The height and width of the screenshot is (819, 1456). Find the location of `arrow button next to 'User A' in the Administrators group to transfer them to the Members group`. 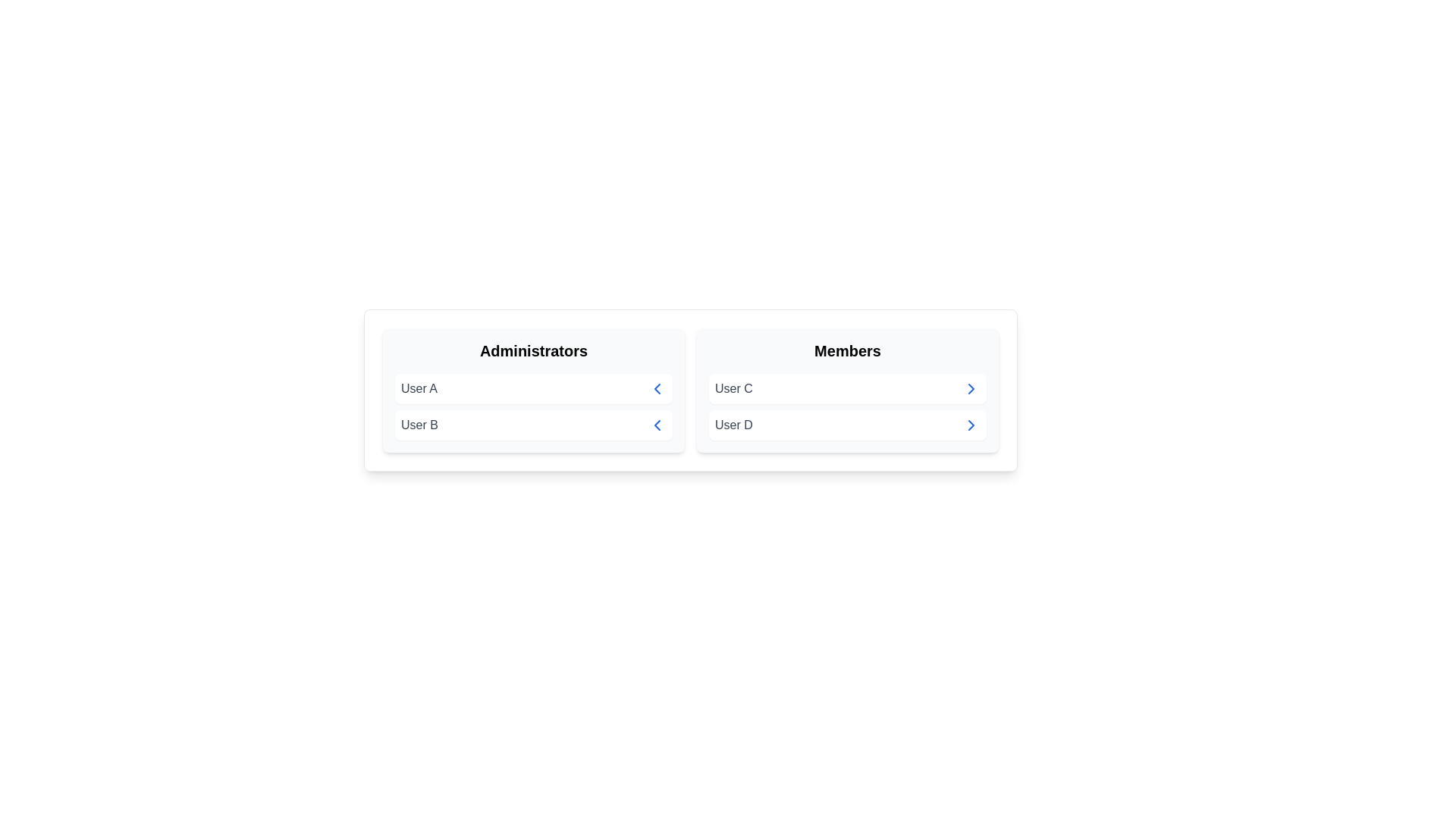

arrow button next to 'User A' in the Administrators group to transfer them to the Members group is located at coordinates (657, 388).